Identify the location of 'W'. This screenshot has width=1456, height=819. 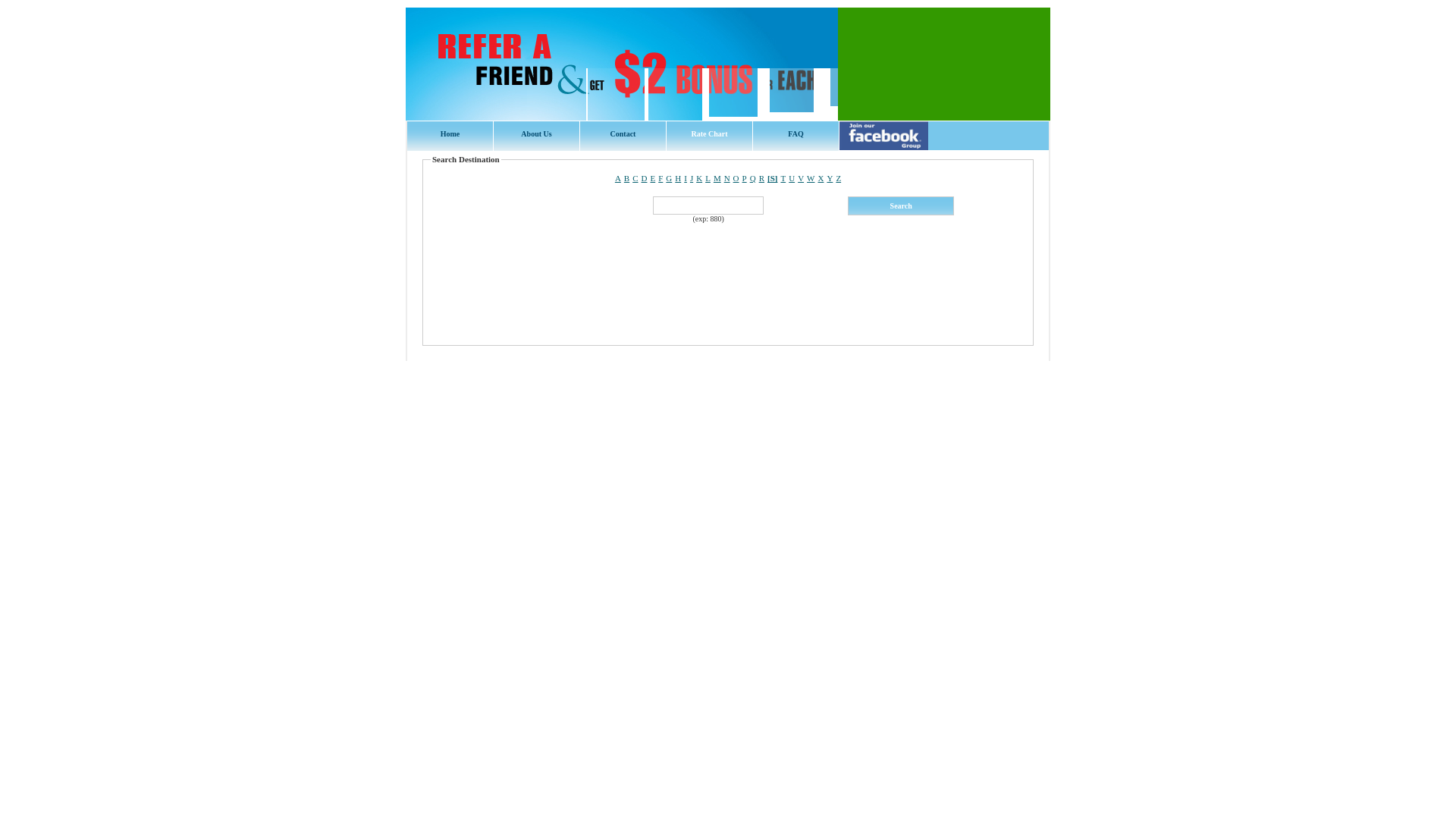
(810, 177).